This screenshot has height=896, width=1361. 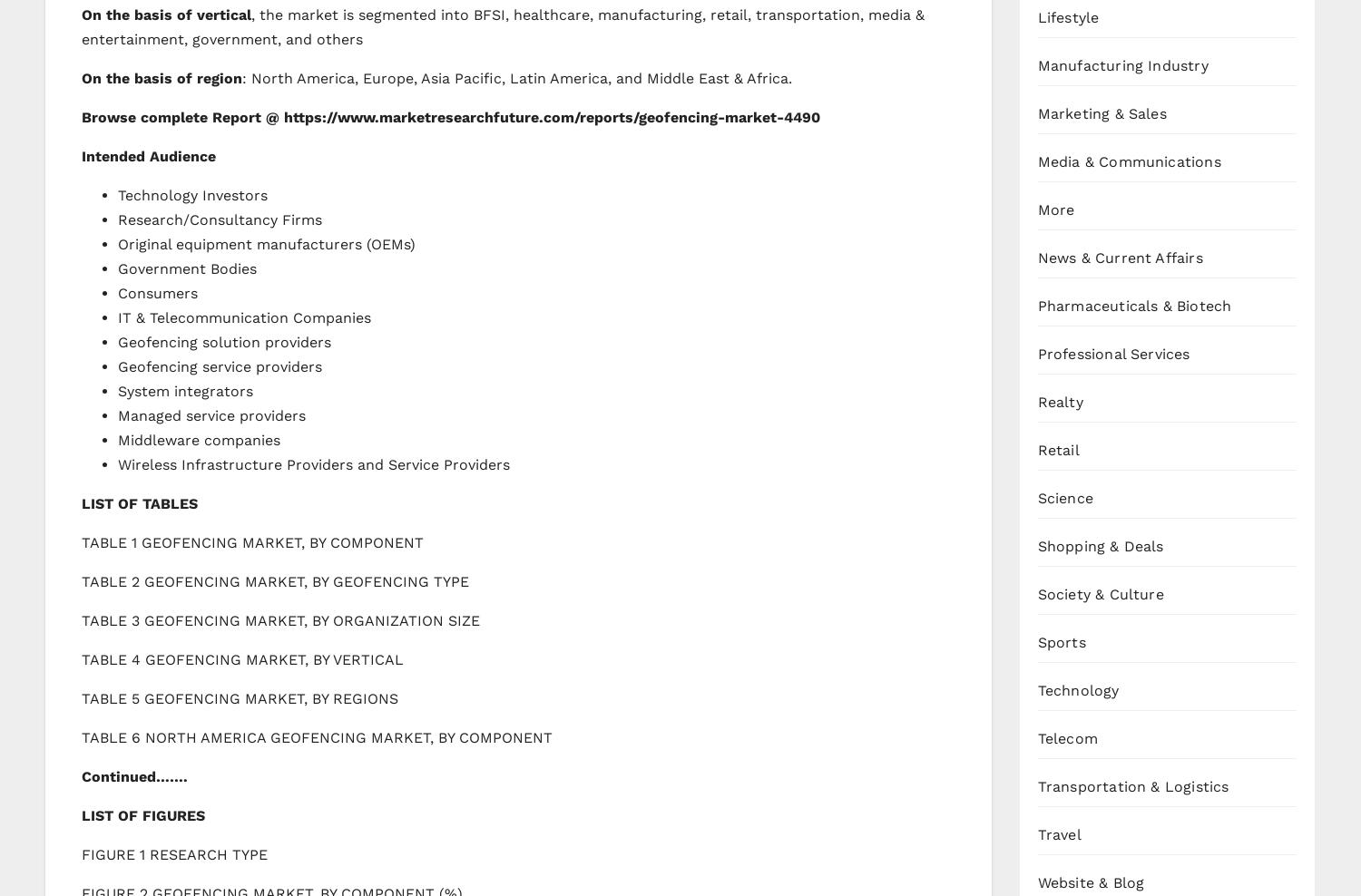 I want to click on 'Geofencing solution providers', so click(x=223, y=340).